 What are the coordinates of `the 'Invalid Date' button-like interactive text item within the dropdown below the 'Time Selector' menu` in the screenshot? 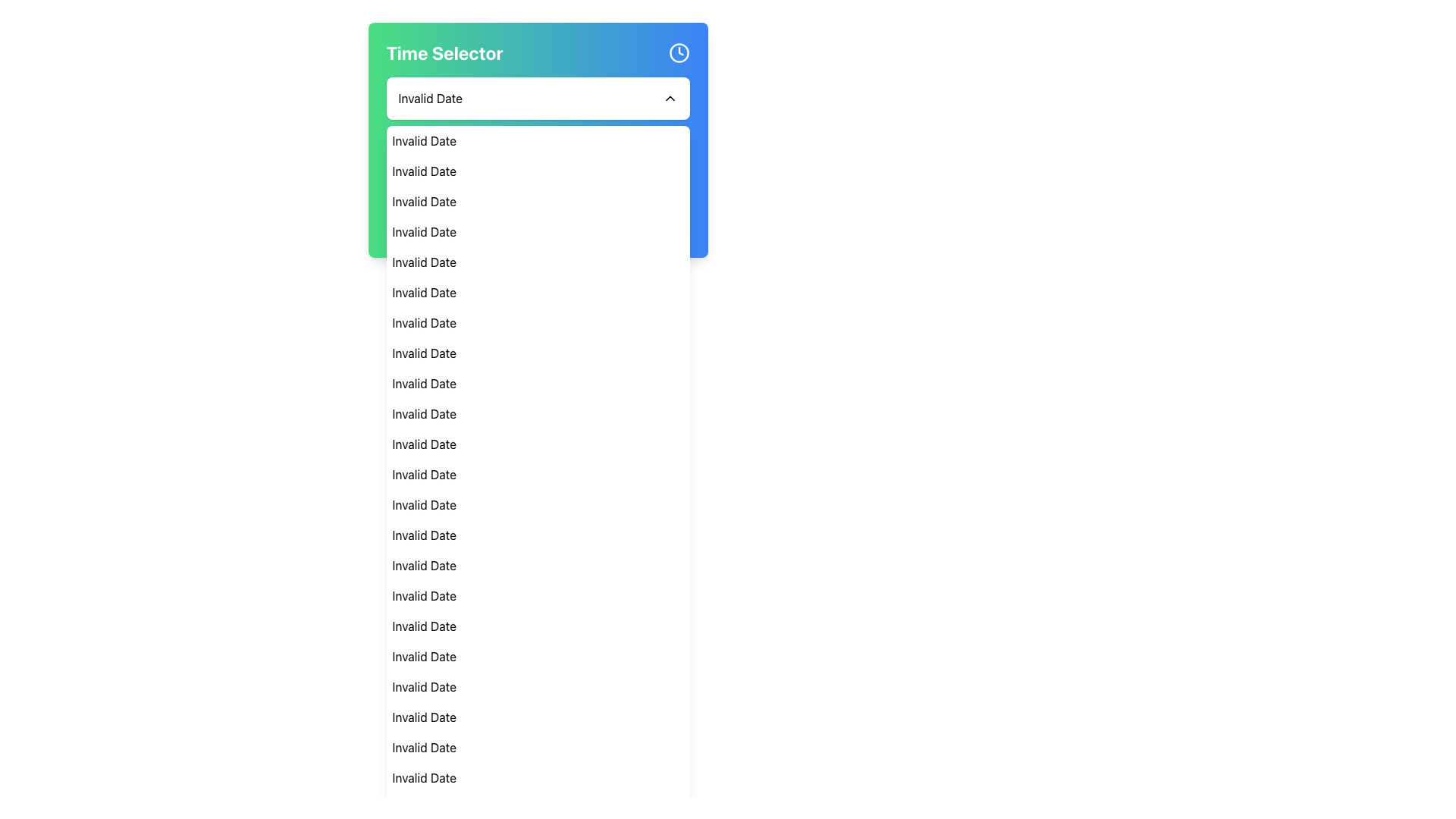 It's located at (442, 201).